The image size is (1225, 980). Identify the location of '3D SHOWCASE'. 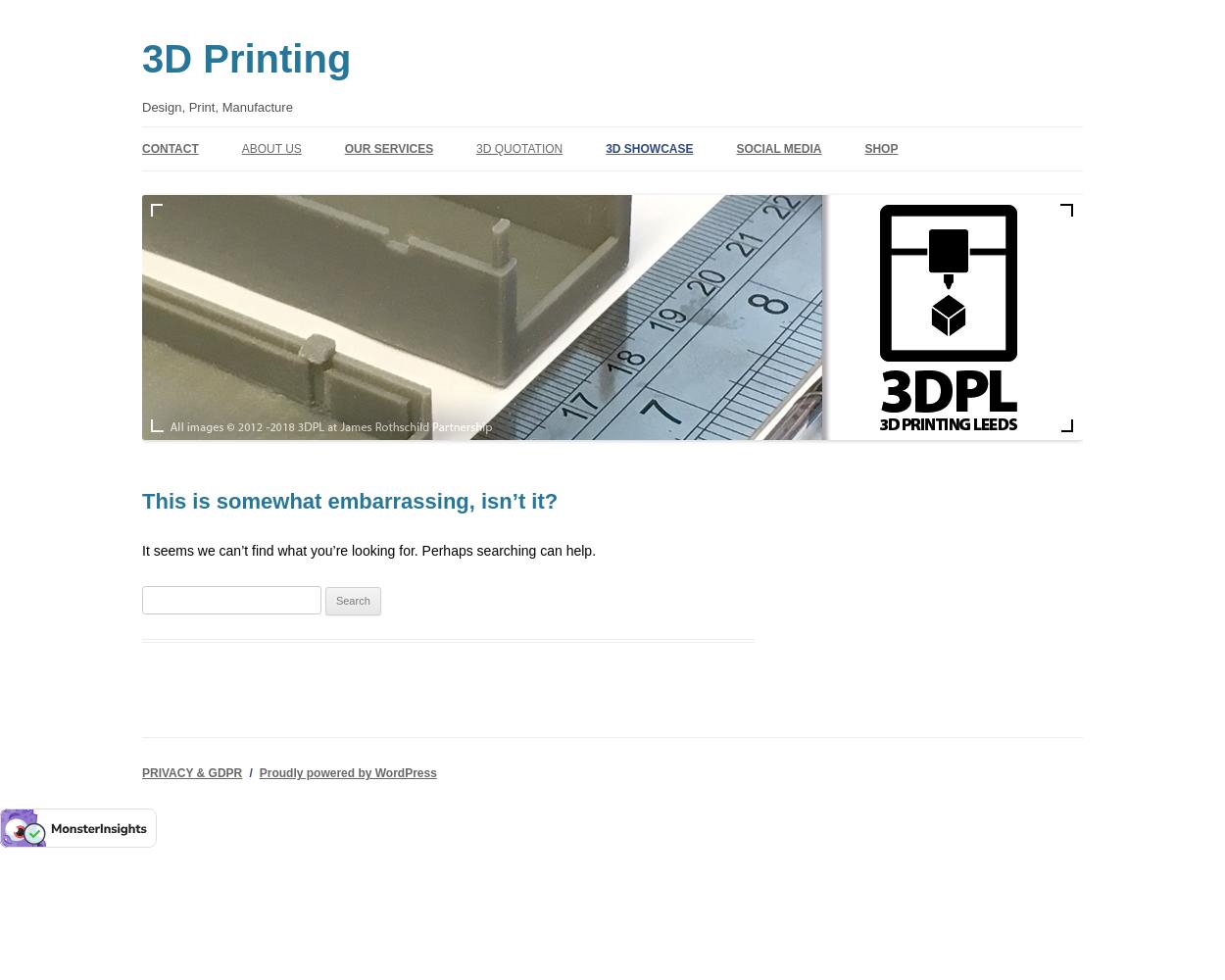
(649, 148).